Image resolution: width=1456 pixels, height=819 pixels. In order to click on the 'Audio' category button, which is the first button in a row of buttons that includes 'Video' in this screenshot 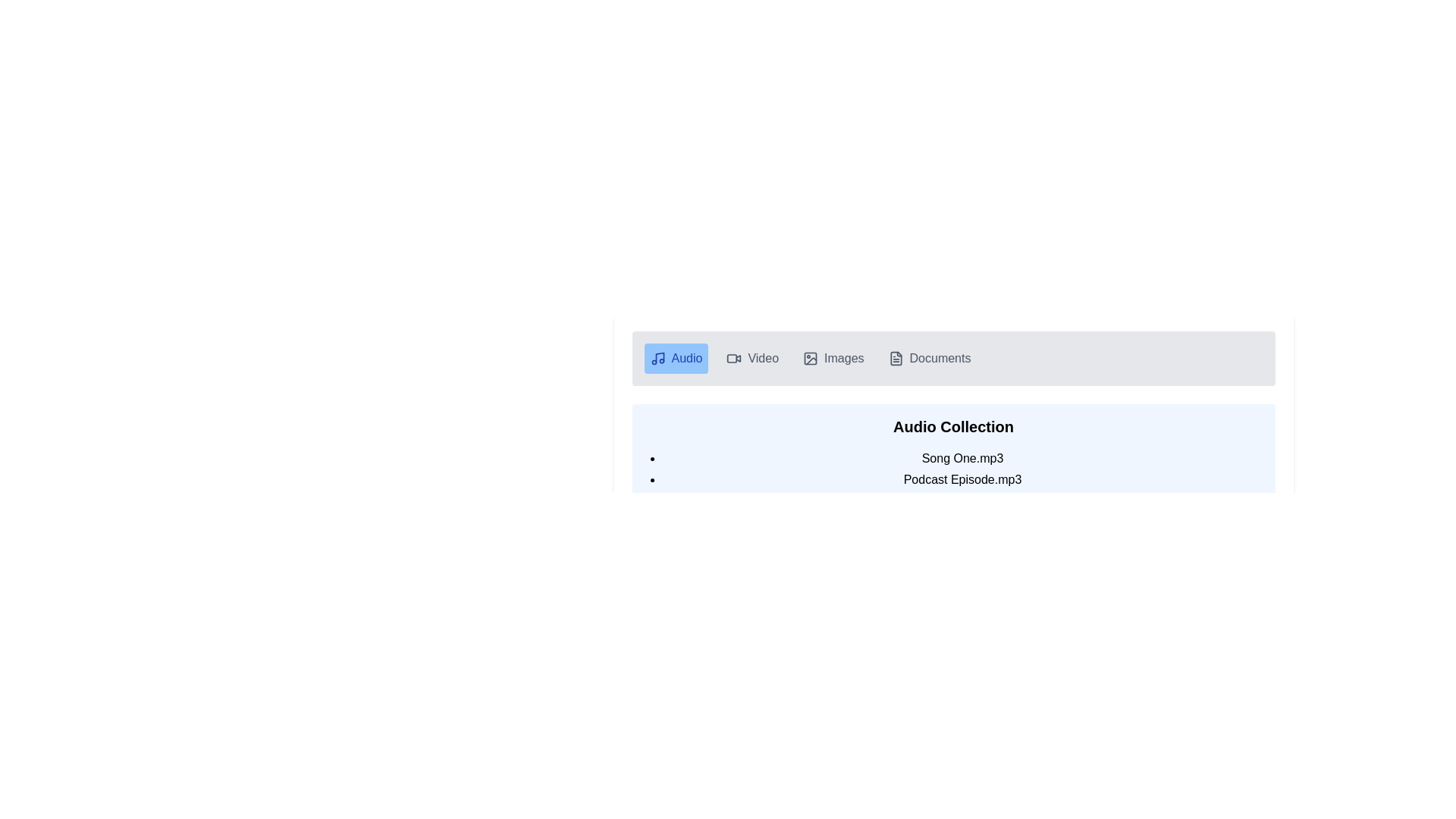, I will do `click(676, 359)`.